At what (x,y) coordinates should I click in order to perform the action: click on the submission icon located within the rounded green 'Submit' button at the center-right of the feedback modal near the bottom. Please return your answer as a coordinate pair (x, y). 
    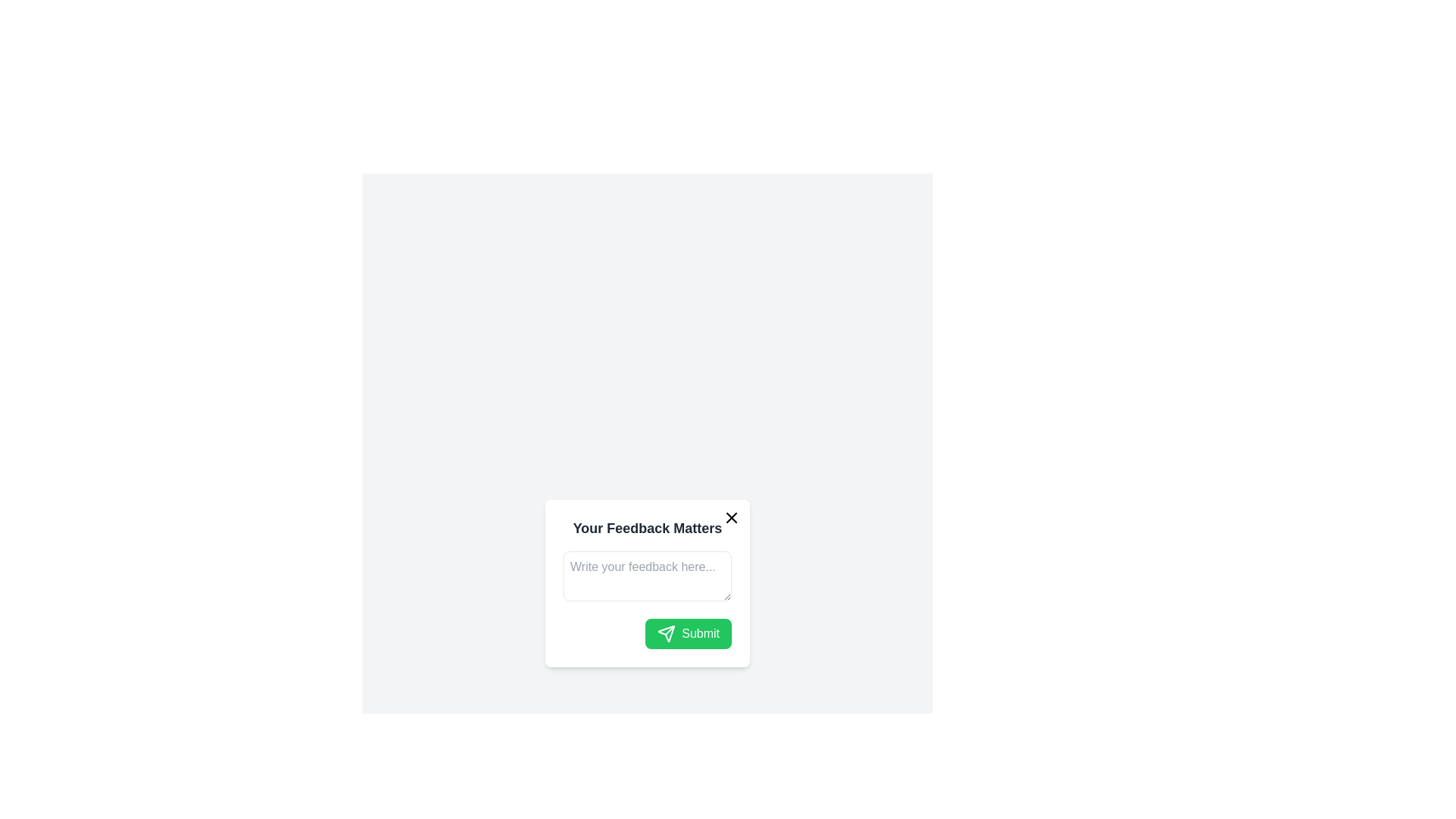
    Looking at the image, I should click on (667, 633).